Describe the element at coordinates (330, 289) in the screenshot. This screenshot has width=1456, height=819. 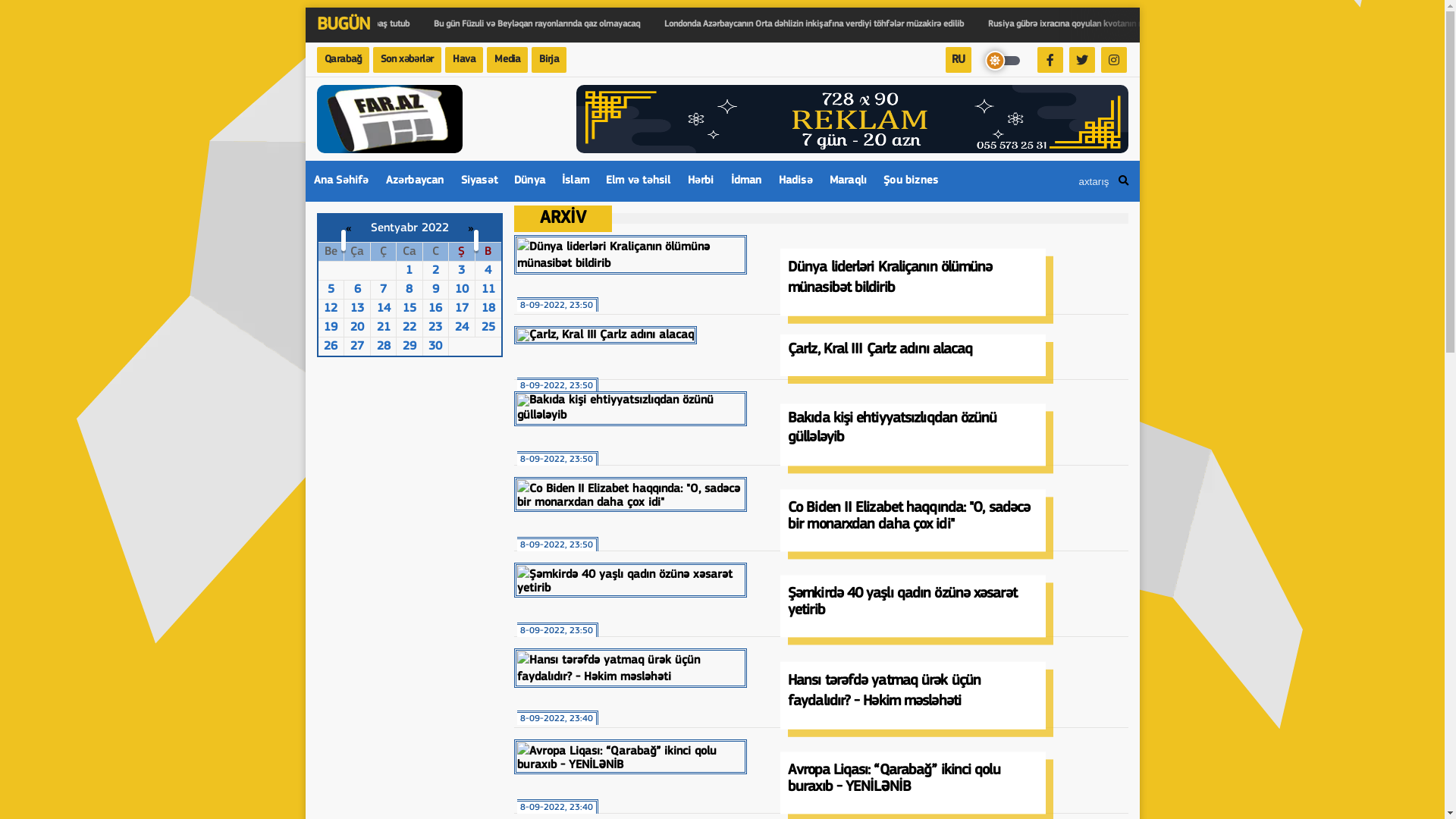
I see `'5'` at that location.